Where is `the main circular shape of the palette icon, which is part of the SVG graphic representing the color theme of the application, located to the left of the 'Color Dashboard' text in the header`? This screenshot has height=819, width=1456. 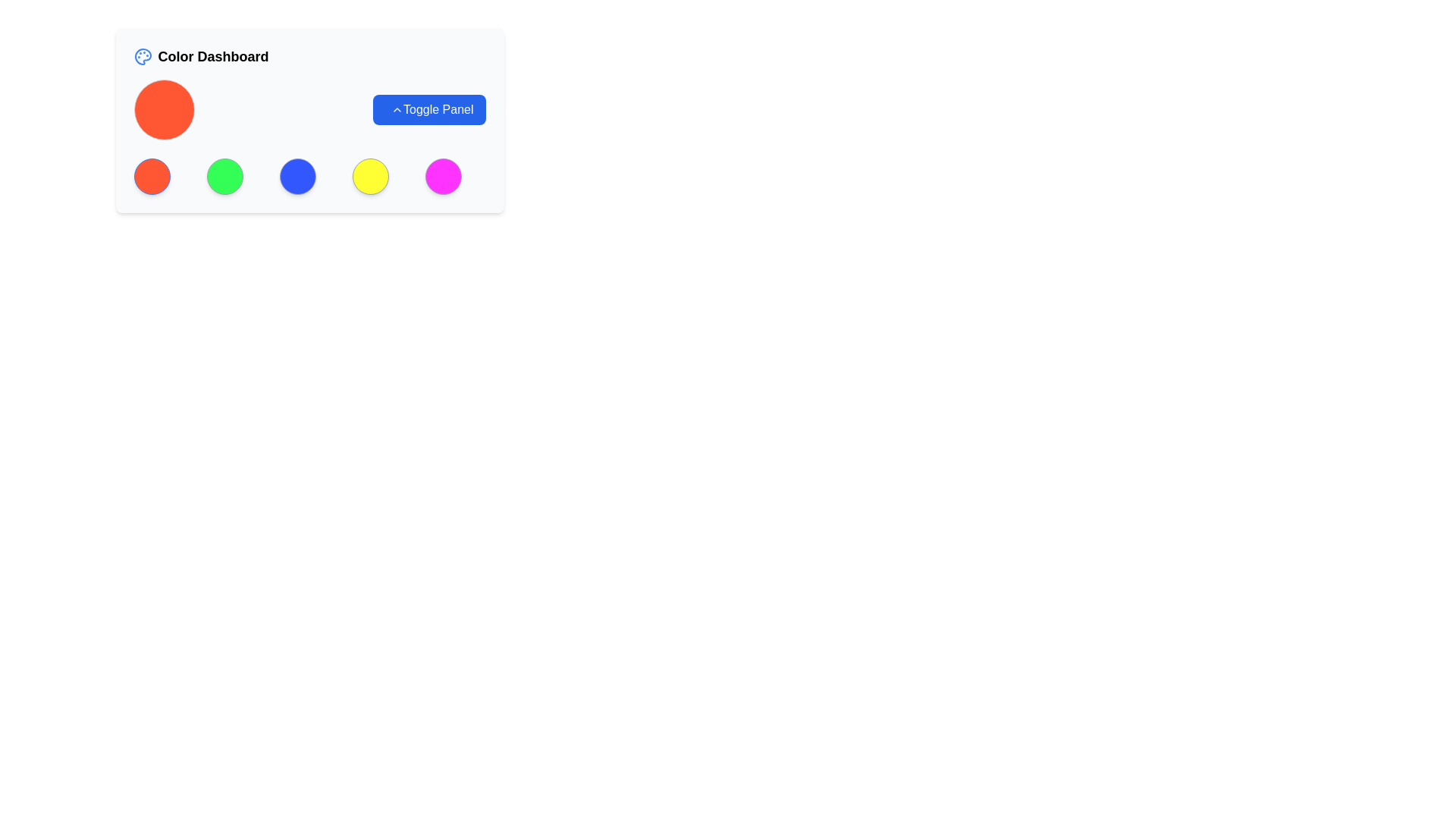 the main circular shape of the palette icon, which is part of the SVG graphic representing the color theme of the application, located to the left of the 'Color Dashboard' text in the header is located at coordinates (143, 55).